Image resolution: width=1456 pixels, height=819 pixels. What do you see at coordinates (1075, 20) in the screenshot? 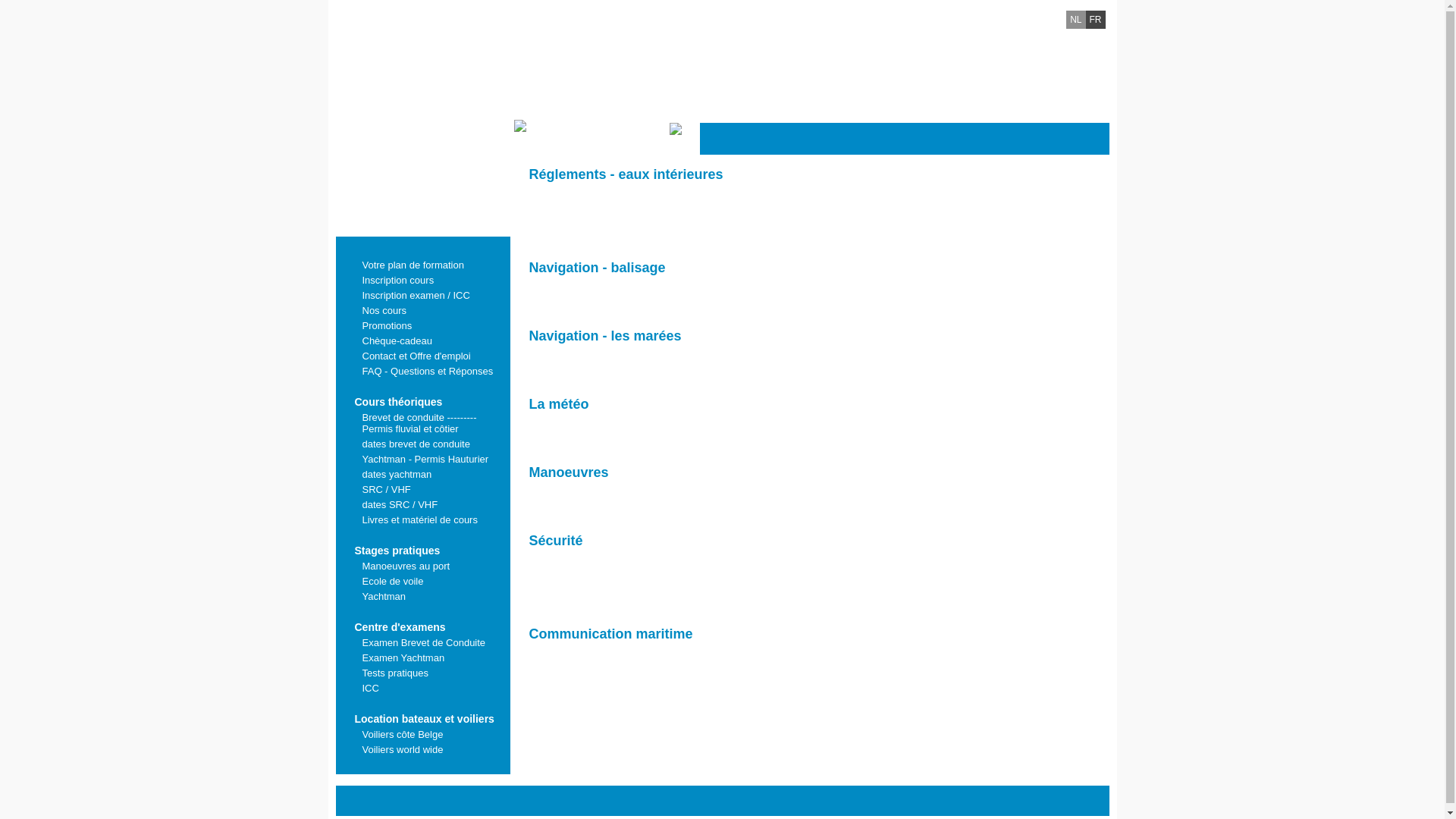
I see `'NL'` at bounding box center [1075, 20].